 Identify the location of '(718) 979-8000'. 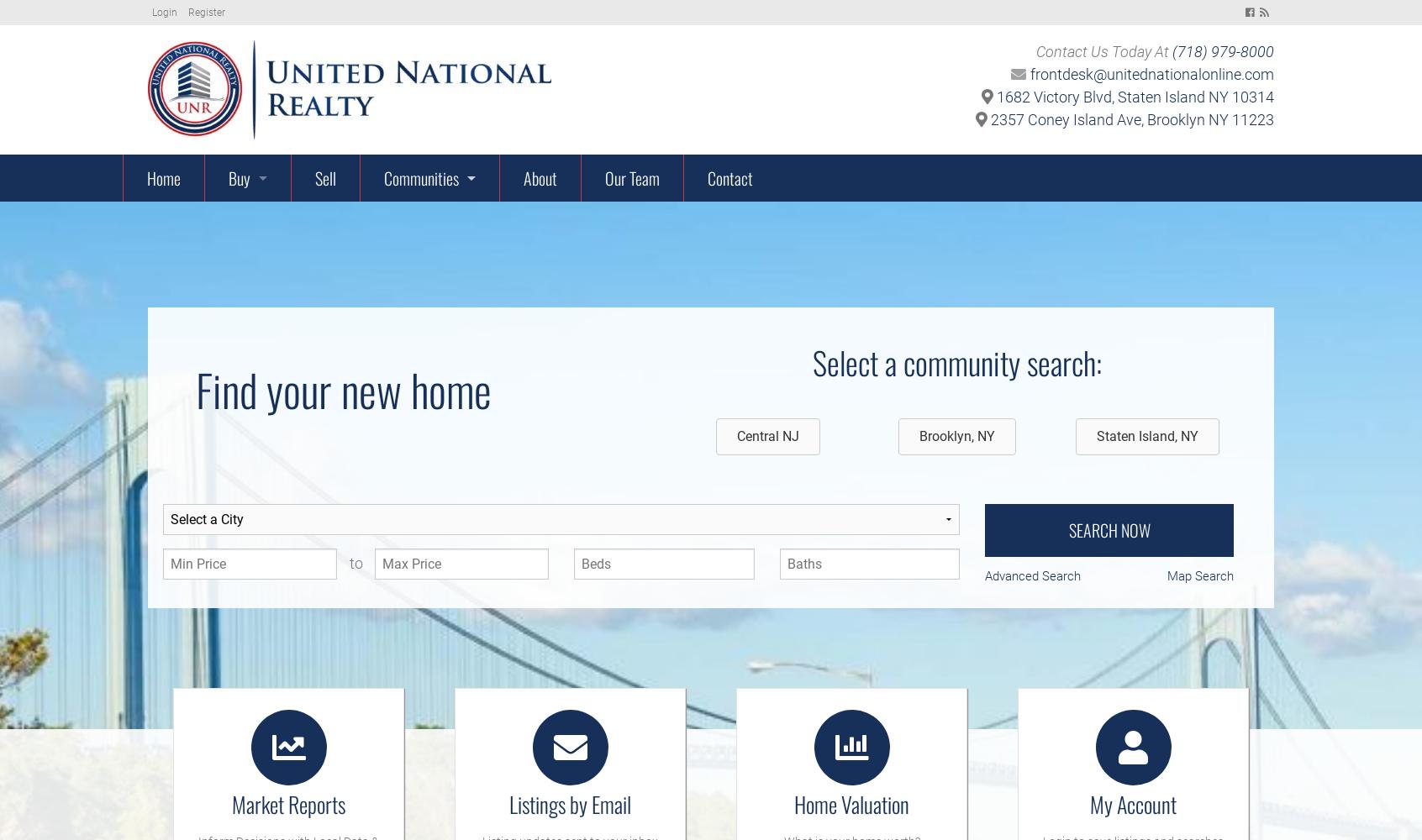
(1172, 51).